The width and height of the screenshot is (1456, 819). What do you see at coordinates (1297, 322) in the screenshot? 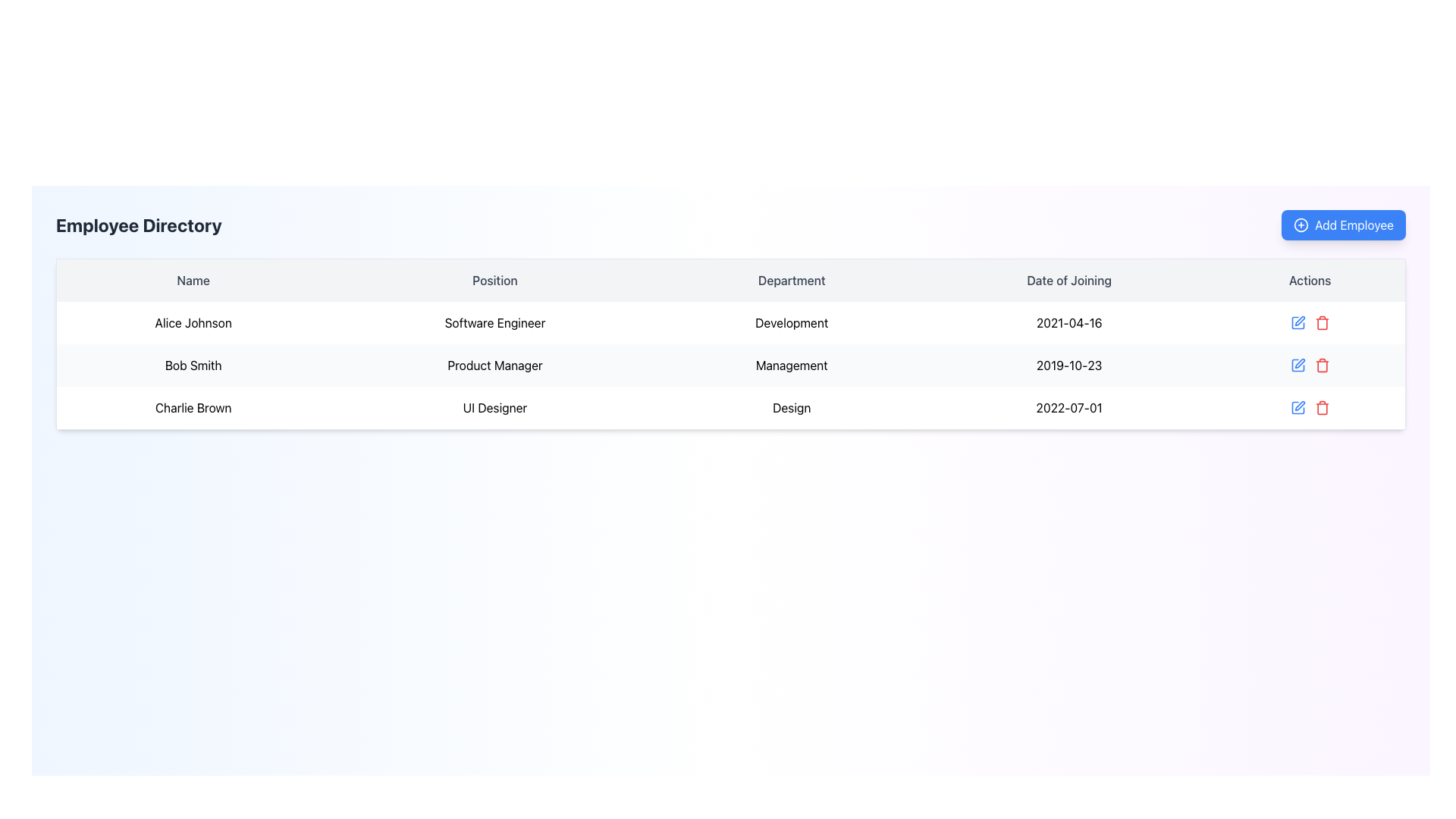
I see `the upper square part of the editing icon in the 'Actions' column for the record named Alice Johnson to initiate editing` at bounding box center [1297, 322].